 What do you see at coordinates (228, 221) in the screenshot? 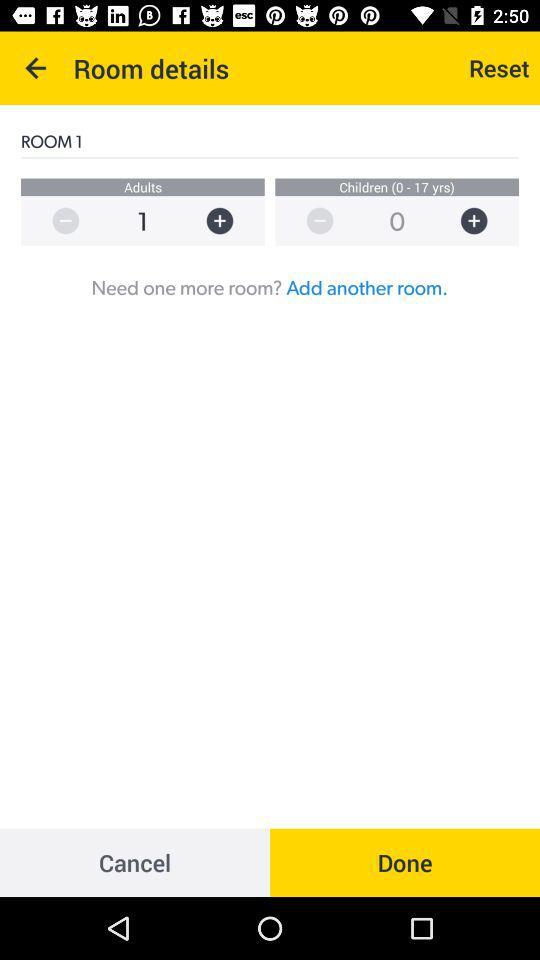
I see `adult` at bounding box center [228, 221].